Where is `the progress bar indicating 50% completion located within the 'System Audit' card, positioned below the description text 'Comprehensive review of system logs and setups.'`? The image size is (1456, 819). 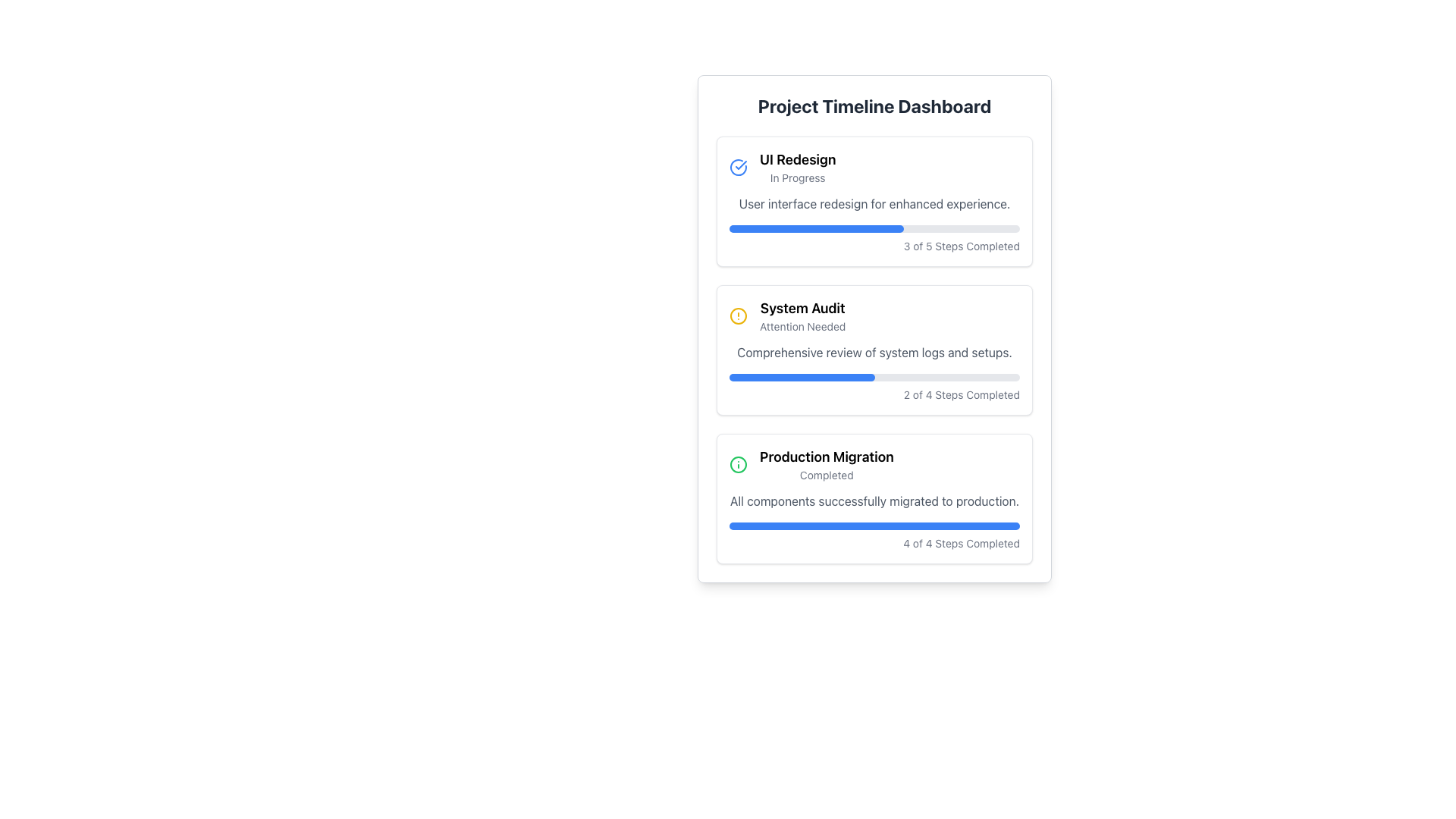
the progress bar indicating 50% completion located within the 'System Audit' card, positioned below the description text 'Comprehensive review of system logs and setups.' is located at coordinates (874, 376).